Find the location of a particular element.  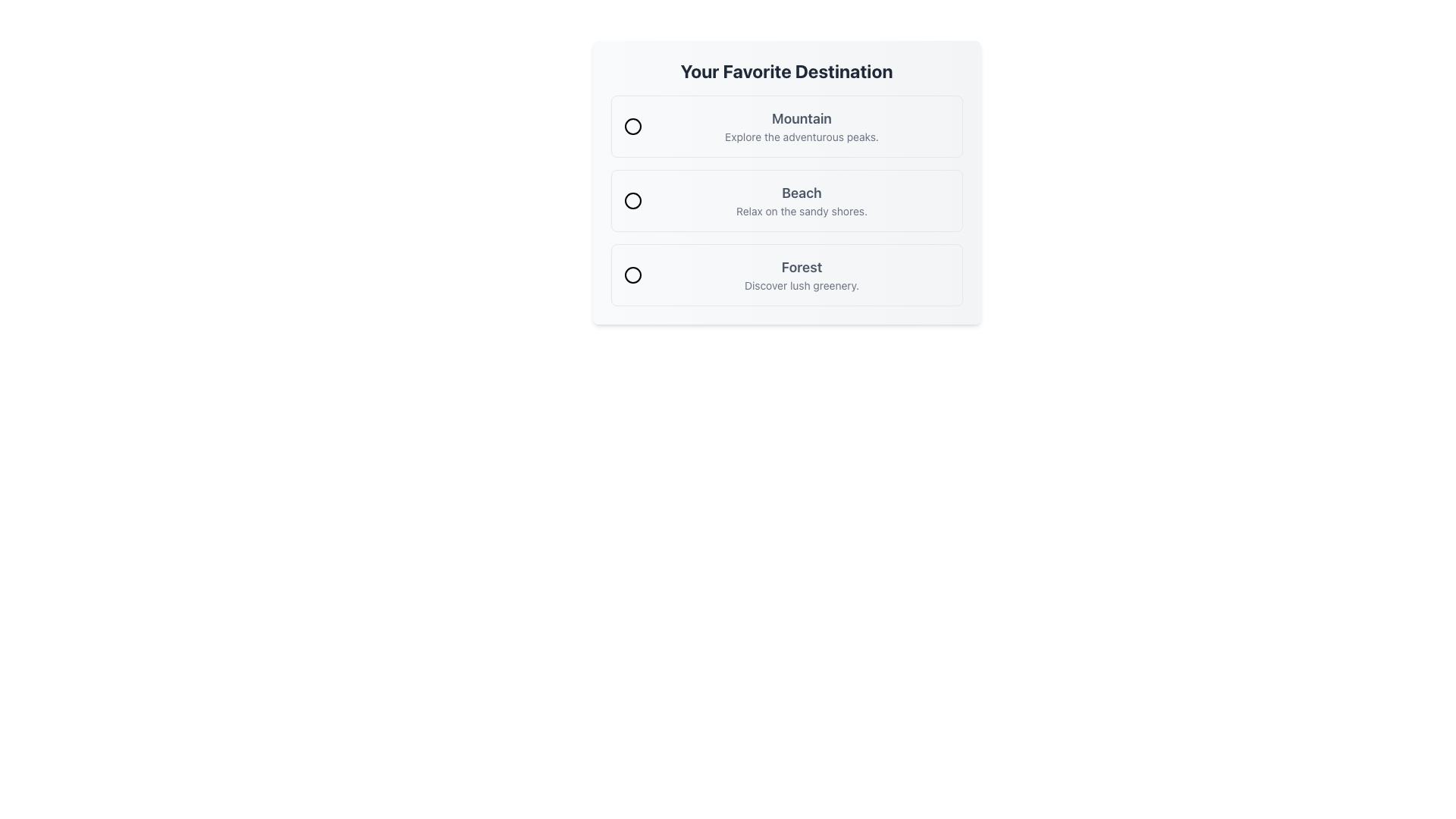

the first selectable list item for the 'Mountain' destination is located at coordinates (786, 125).